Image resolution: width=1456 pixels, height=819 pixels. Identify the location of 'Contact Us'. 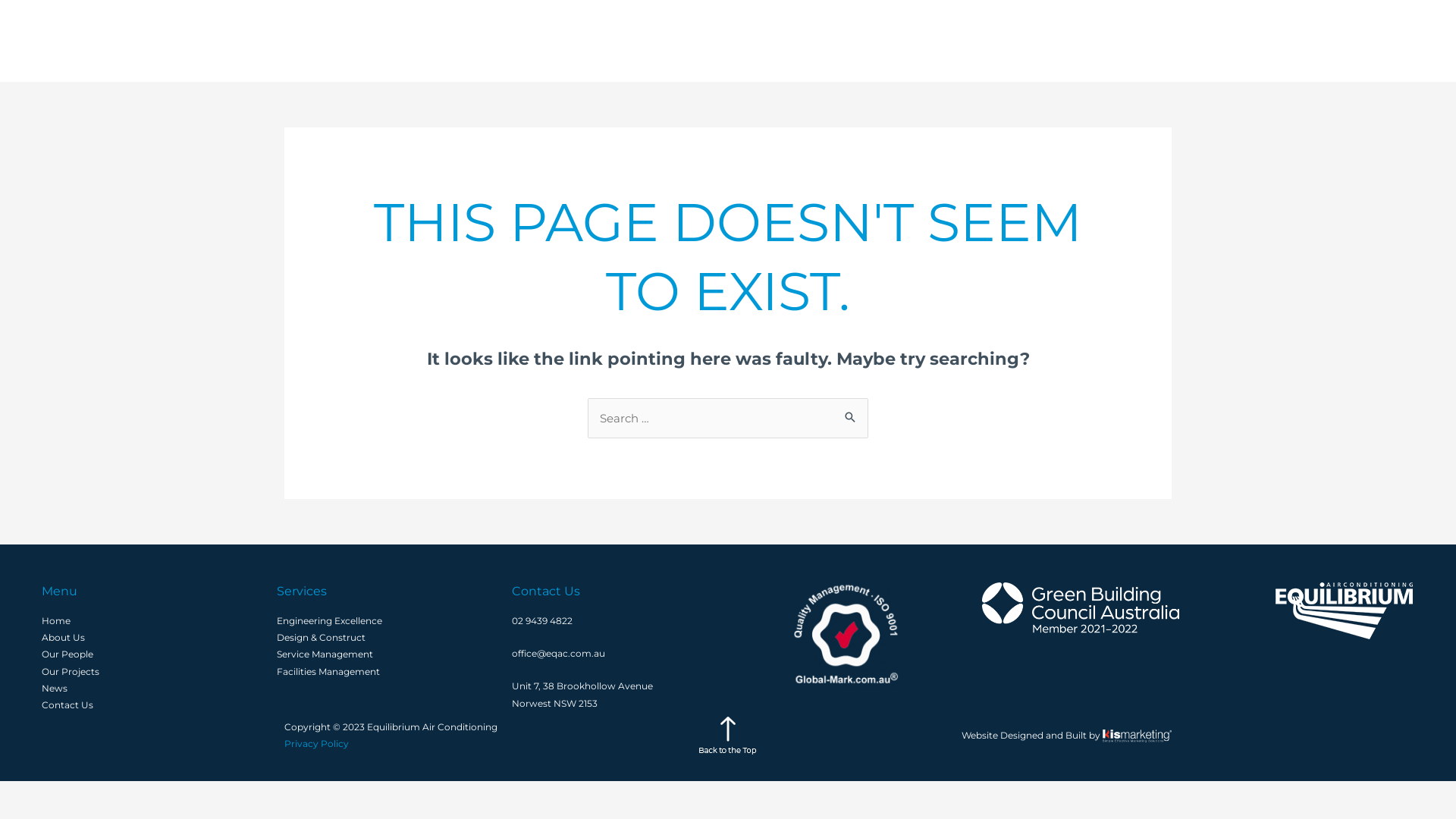
(67, 704).